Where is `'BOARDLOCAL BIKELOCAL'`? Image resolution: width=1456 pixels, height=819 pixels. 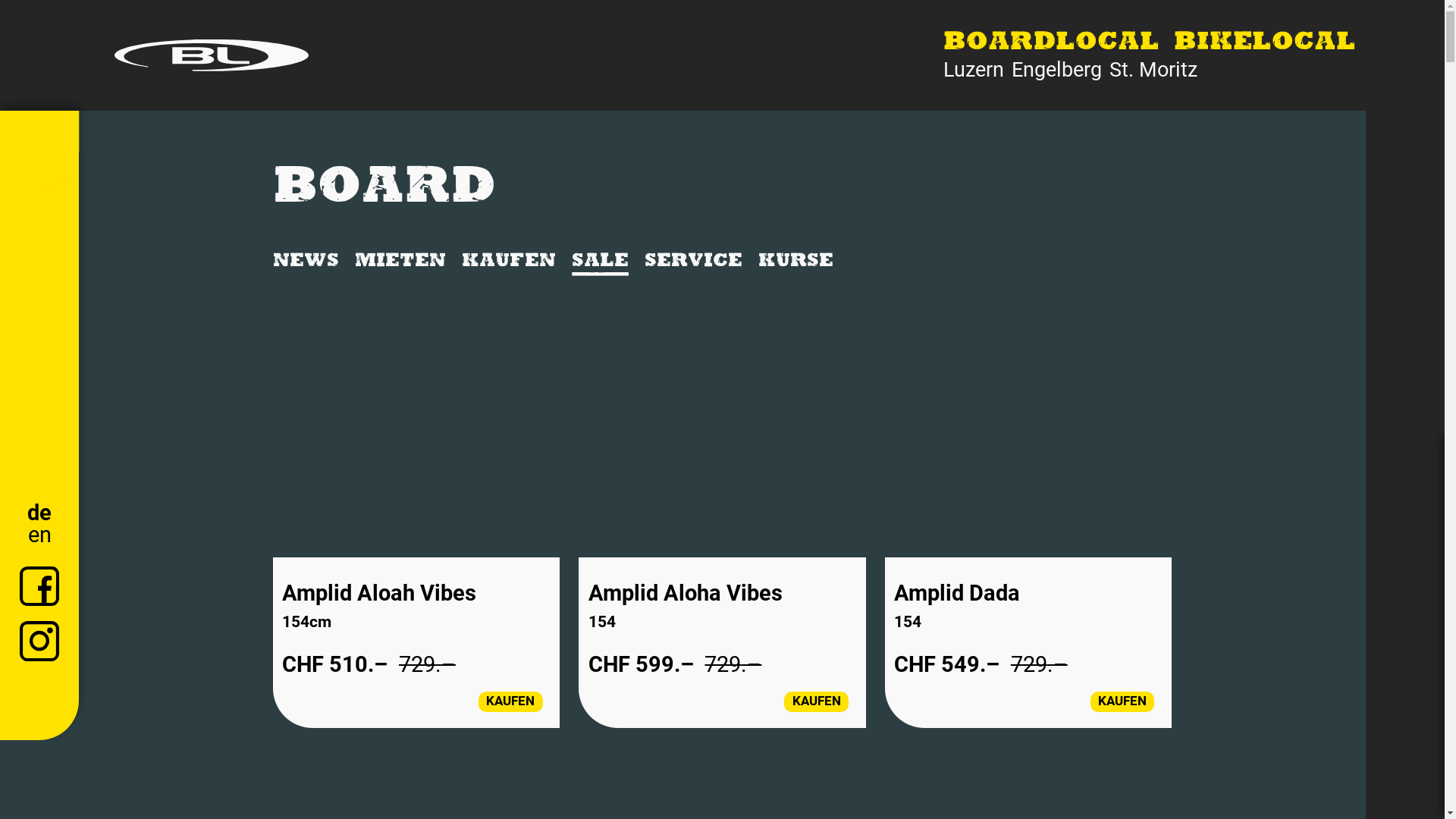 'BOARDLOCAL BIKELOCAL' is located at coordinates (1150, 42).